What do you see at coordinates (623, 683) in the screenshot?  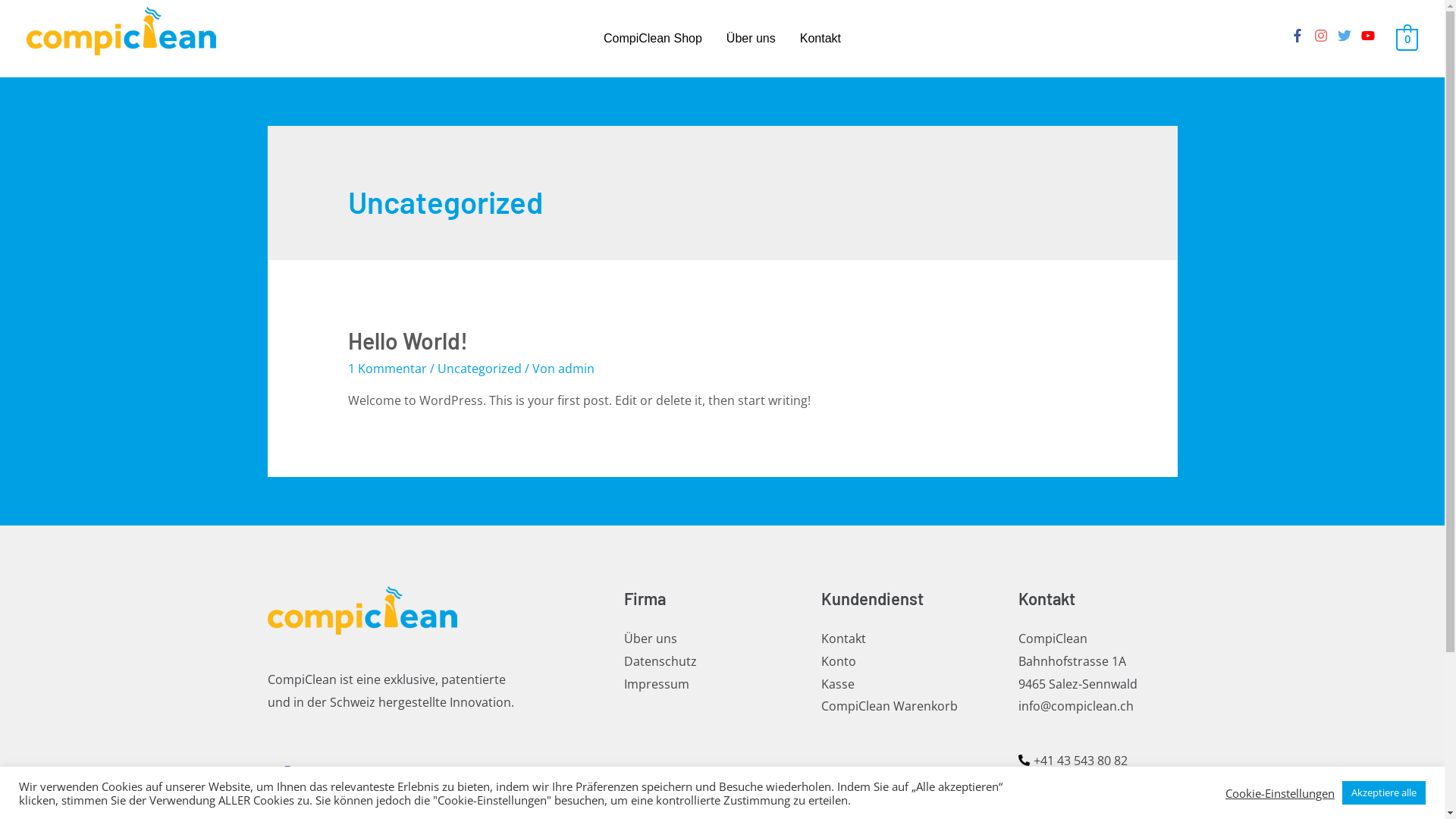 I see `'Impressum'` at bounding box center [623, 683].